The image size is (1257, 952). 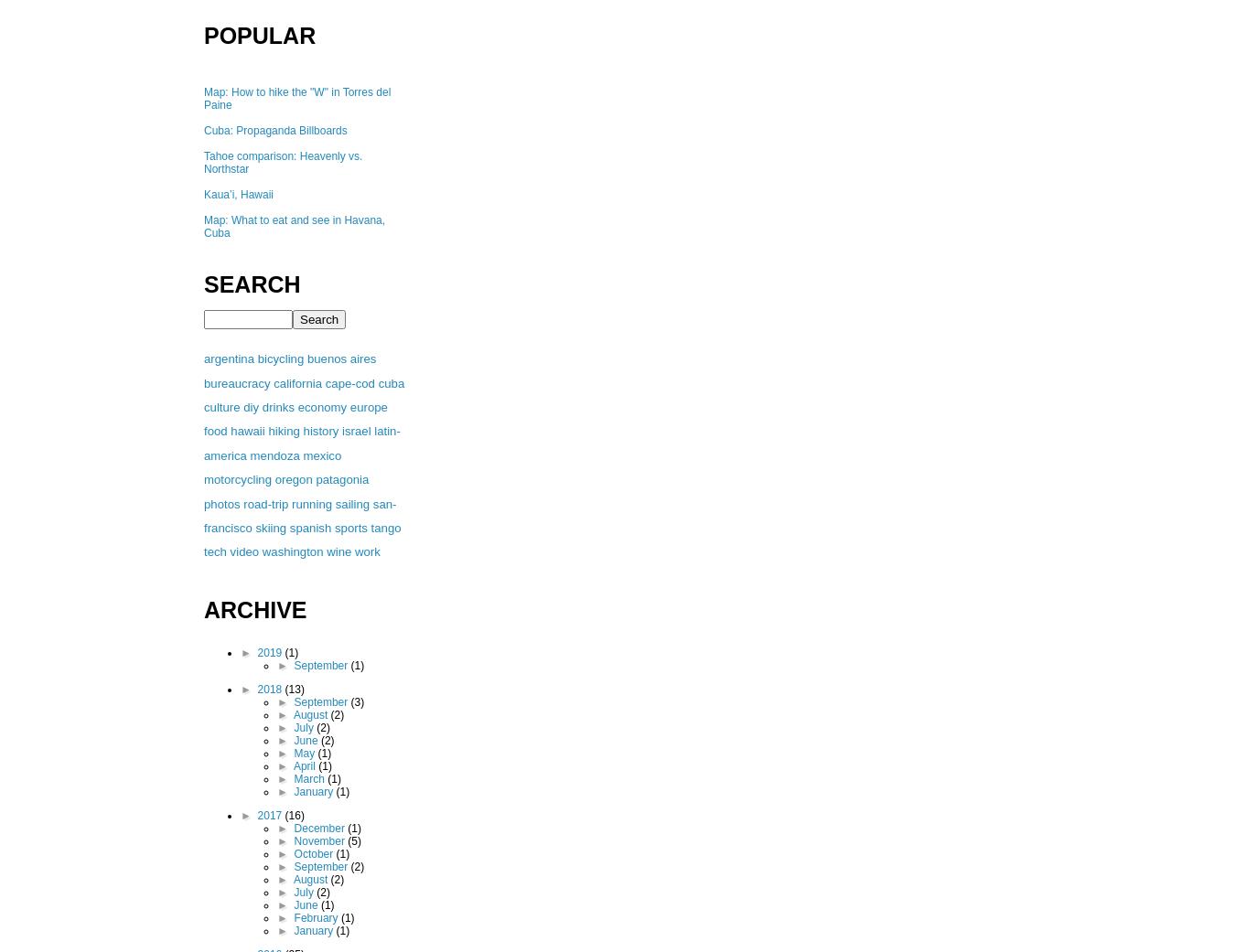 What do you see at coordinates (295, 98) in the screenshot?
I see `'Map: How to hike the "W" in Torres del Paine'` at bounding box center [295, 98].